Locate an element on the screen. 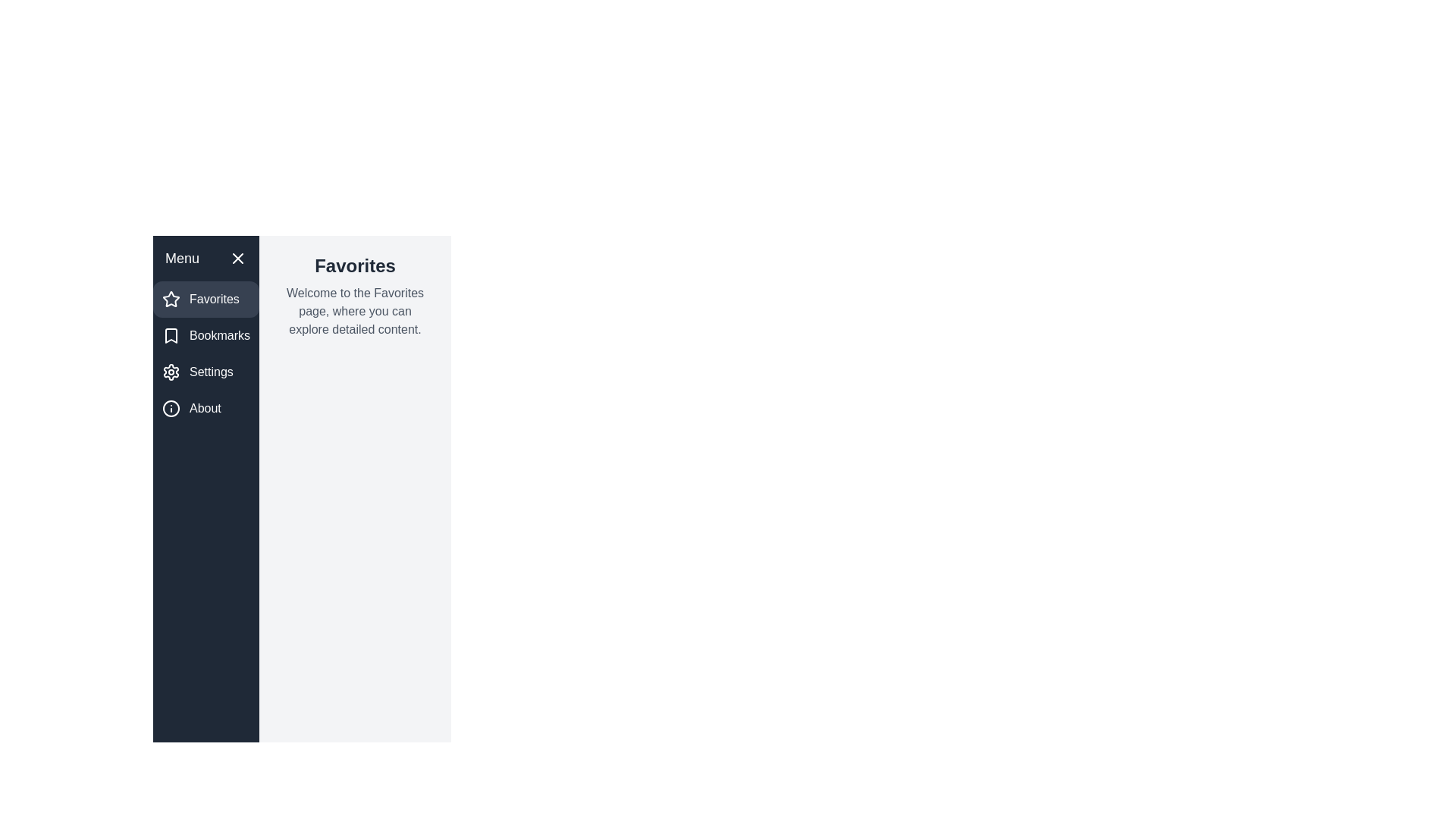 The width and height of the screenshot is (1456, 819). the 'Favorites' text label in the left vertical navigation bar, which is styled with a light text color and is the first label after the star icon is located at coordinates (213, 299).